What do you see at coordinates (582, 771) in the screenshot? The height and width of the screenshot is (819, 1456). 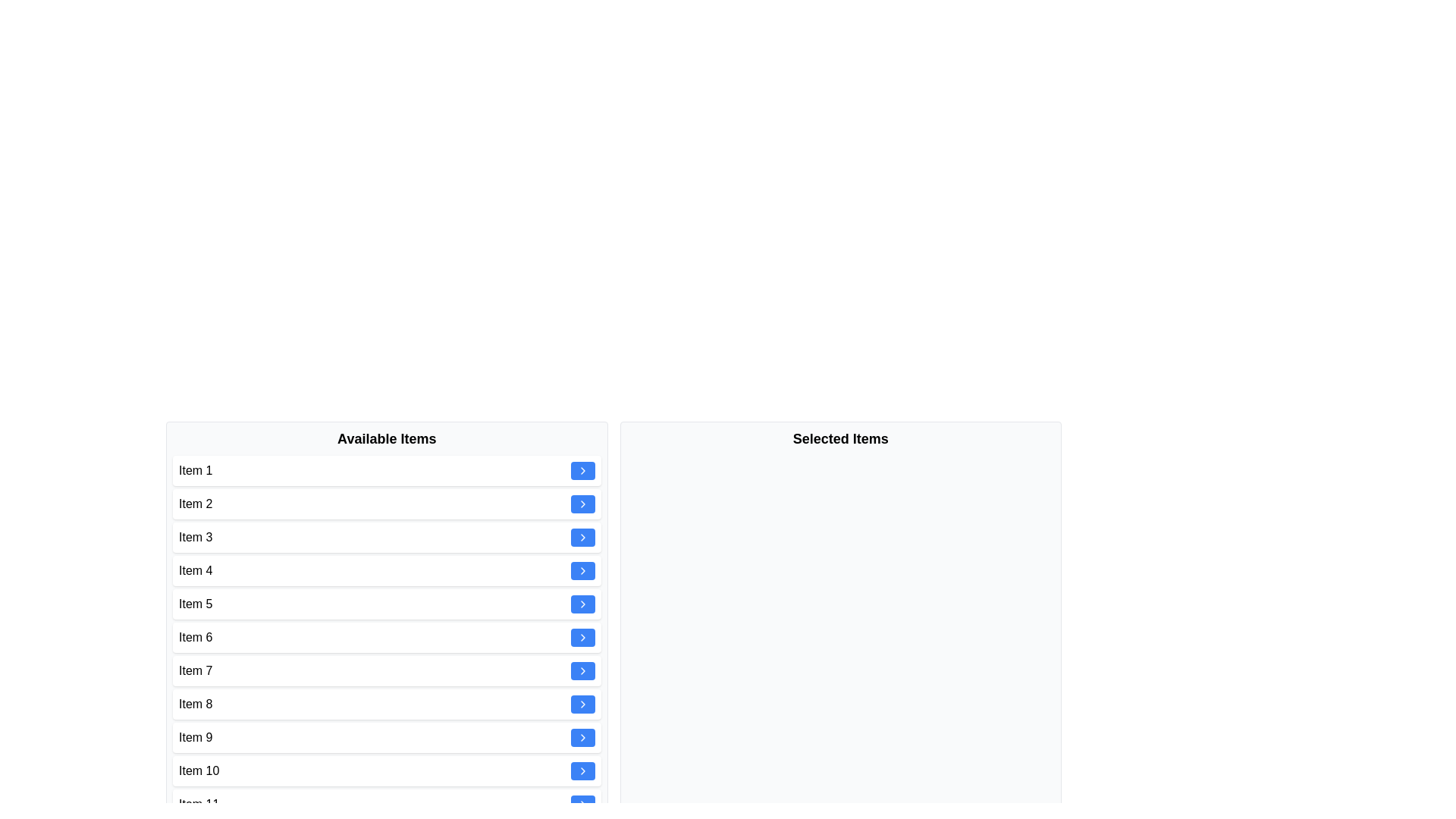 I see `the rightward chevron icon within the blue circular button in the twelfth row of the 'Available Items' list` at bounding box center [582, 771].